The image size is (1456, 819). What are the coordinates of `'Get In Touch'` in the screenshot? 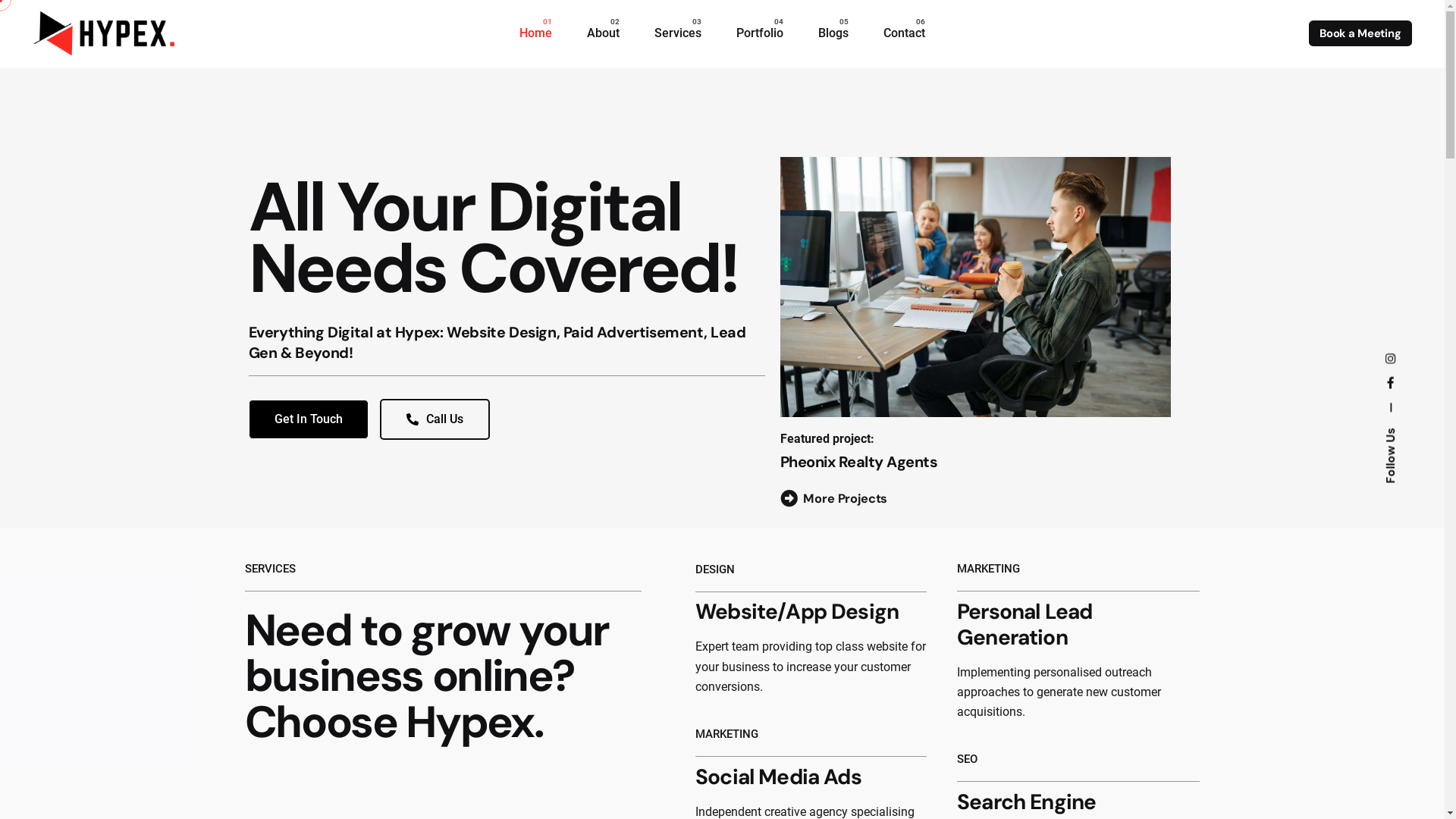 It's located at (308, 419).